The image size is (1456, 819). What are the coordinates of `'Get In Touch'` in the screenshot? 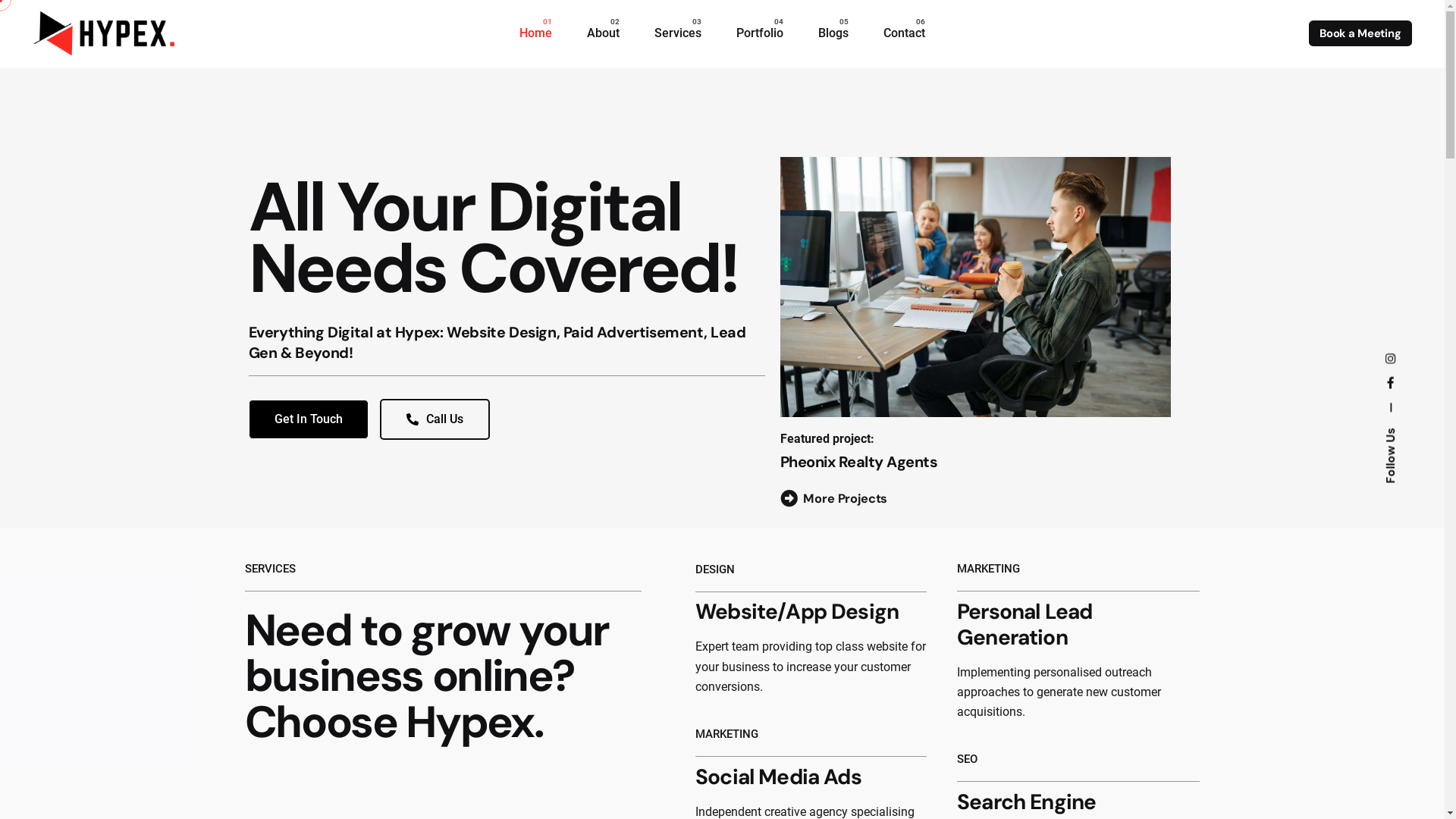 It's located at (308, 419).